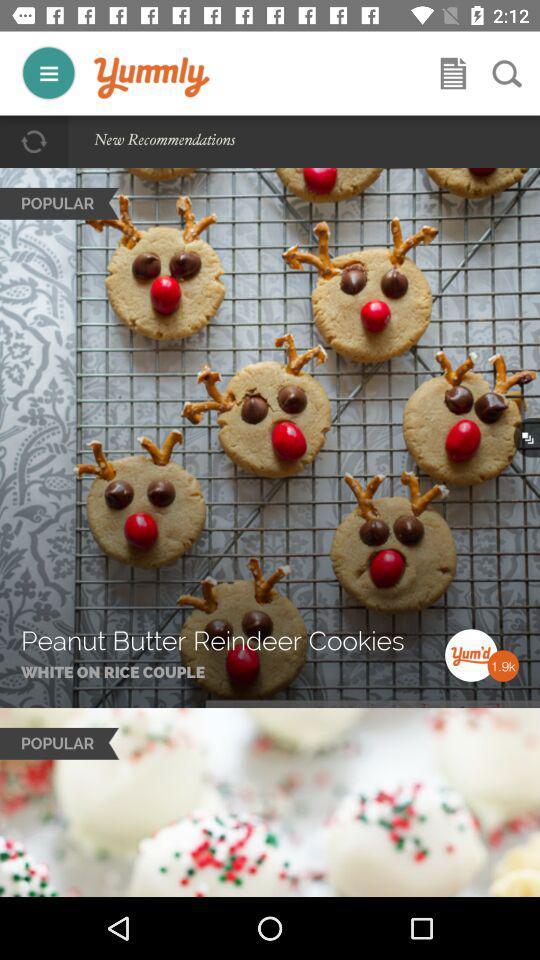  What do you see at coordinates (48, 73) in the screenshot?
I see `more option` at bounding box center [48, 73].